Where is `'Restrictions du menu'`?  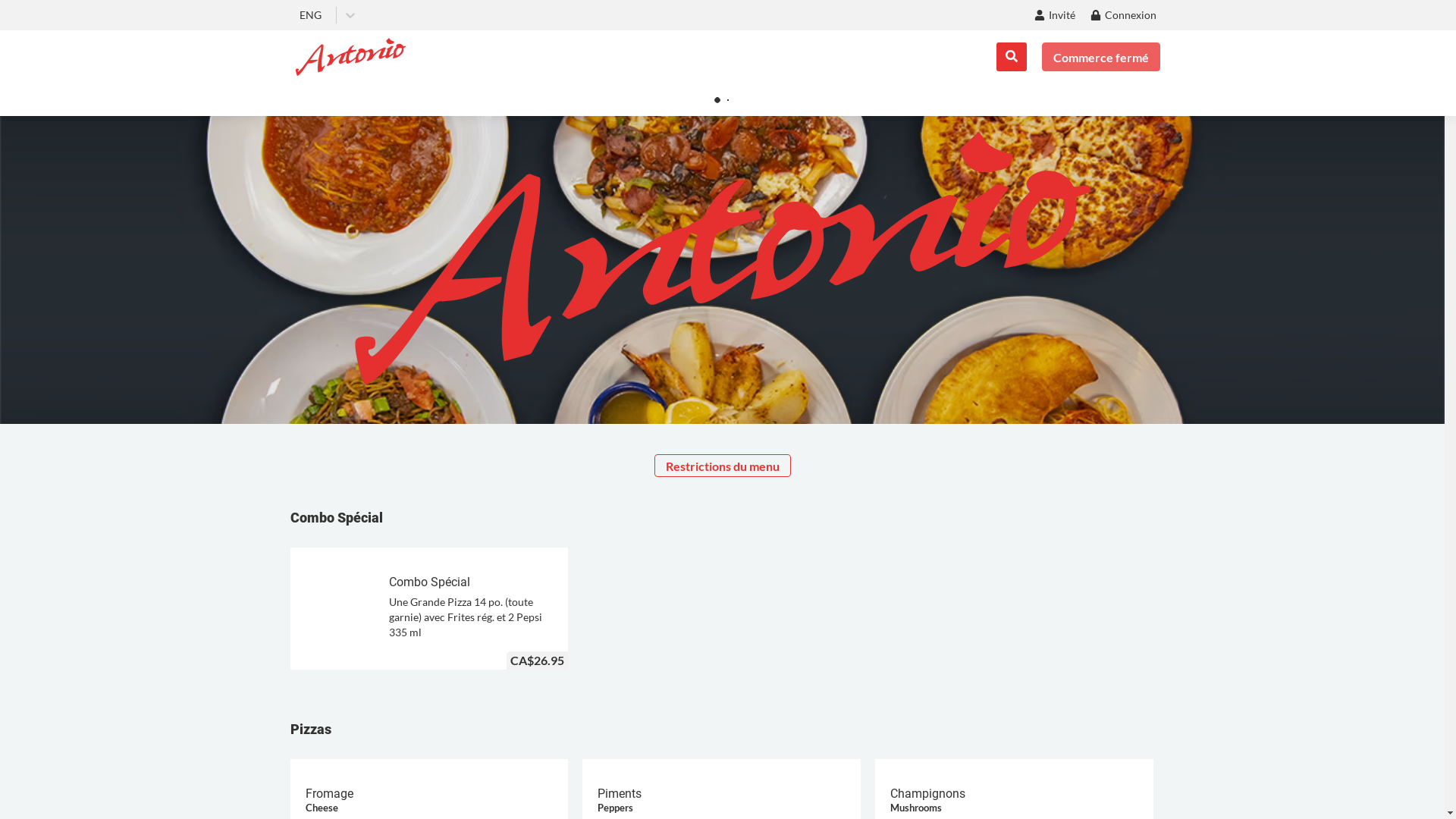
'Restrictions du menu' is located at coordinates (720, 464).